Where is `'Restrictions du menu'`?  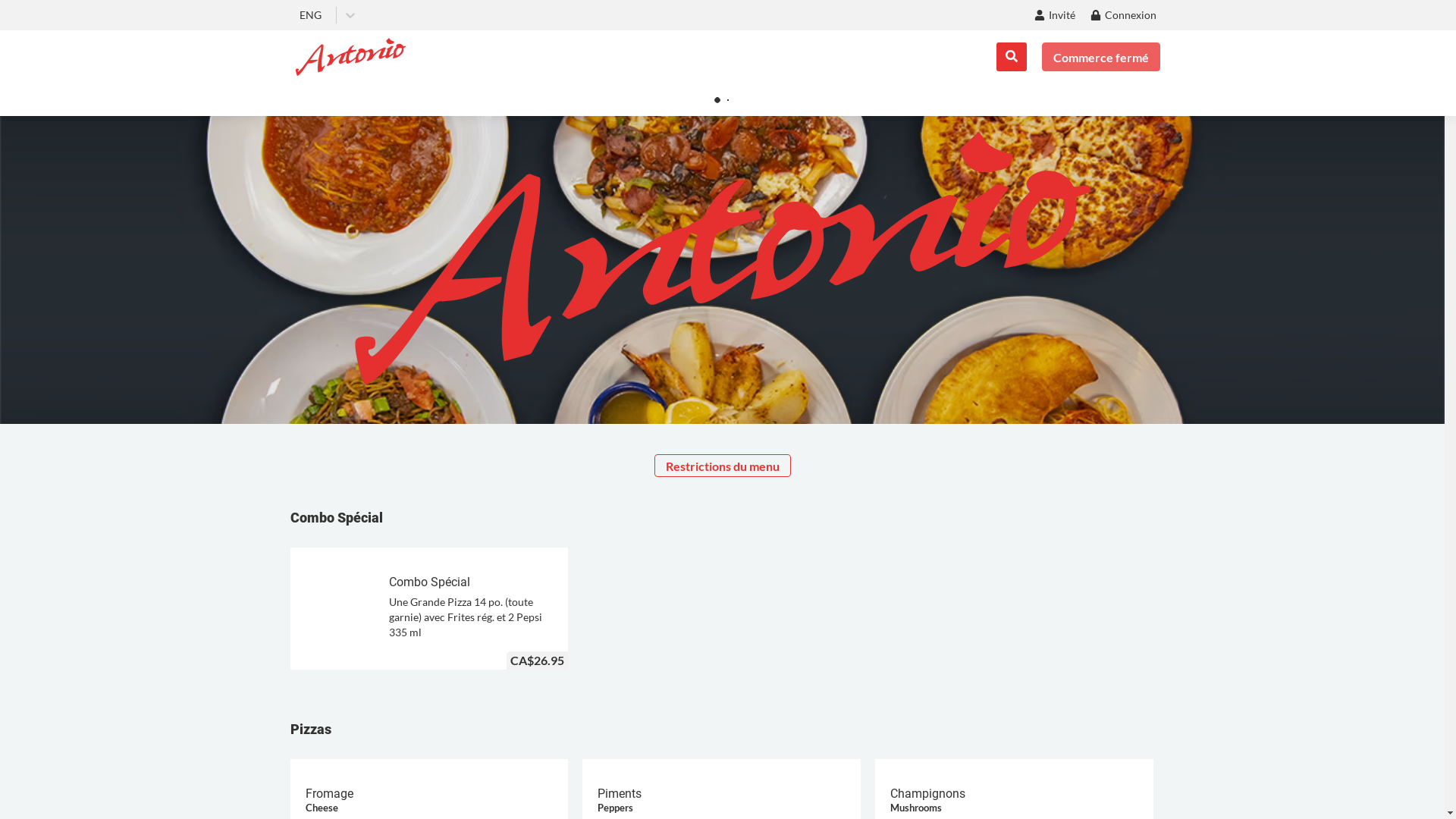
'Restrictions du menu' is located at coordinates (720, 464).